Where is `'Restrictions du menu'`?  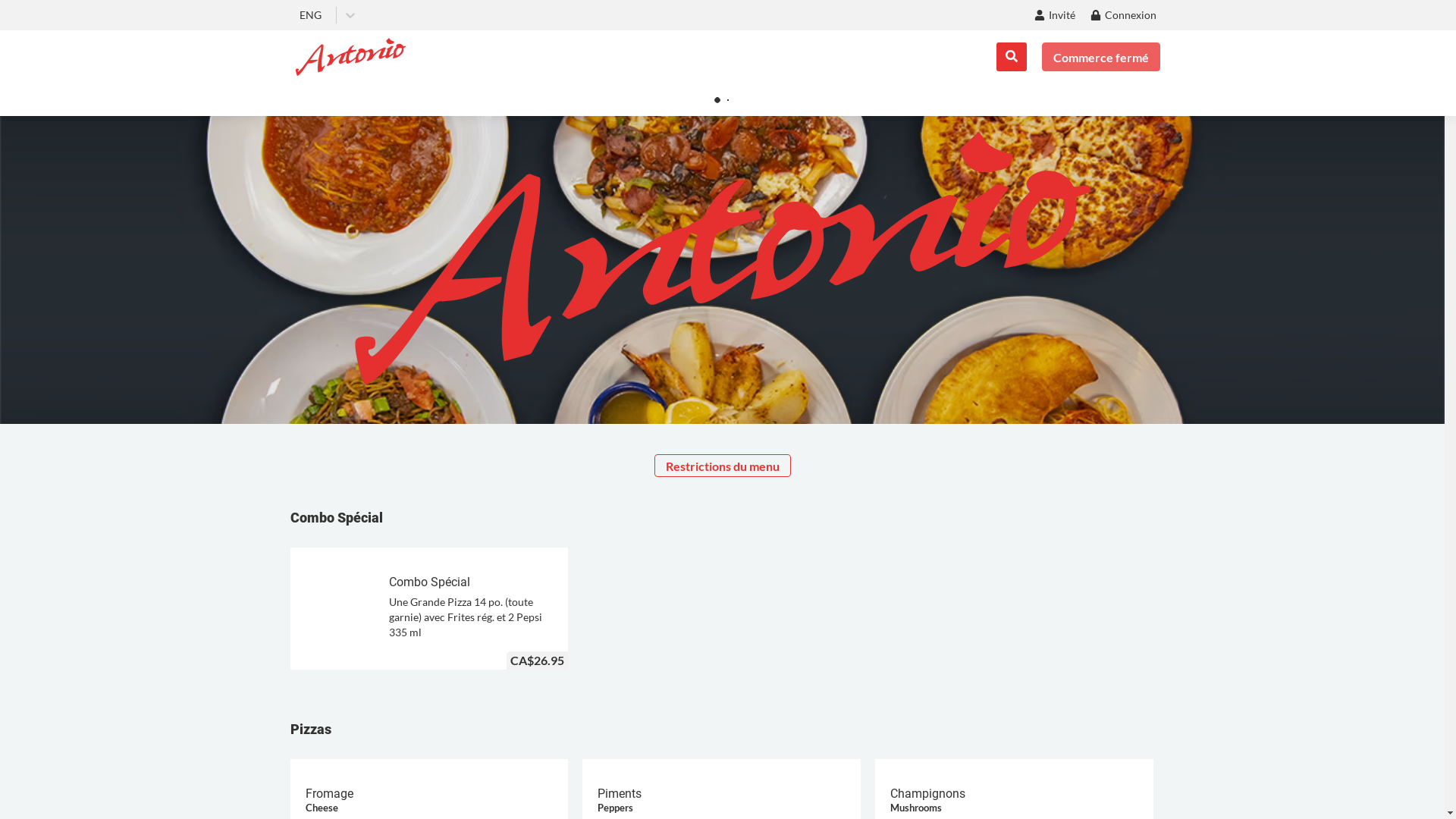
'Restrictions du menu' is located at coordinates (720, 464).